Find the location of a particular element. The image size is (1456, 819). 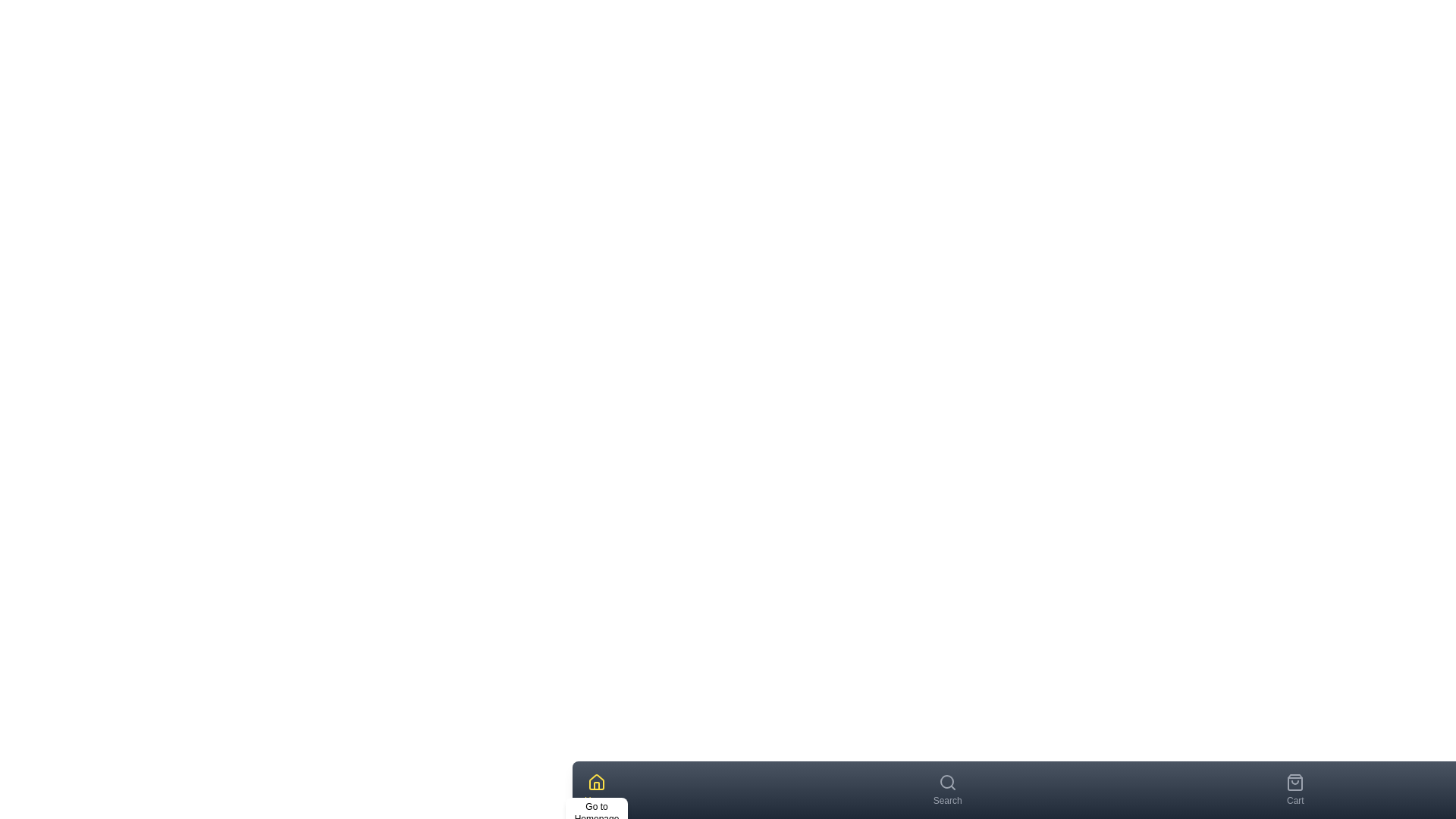

the tab corresponding to Home is located at coordinates (596, 789).